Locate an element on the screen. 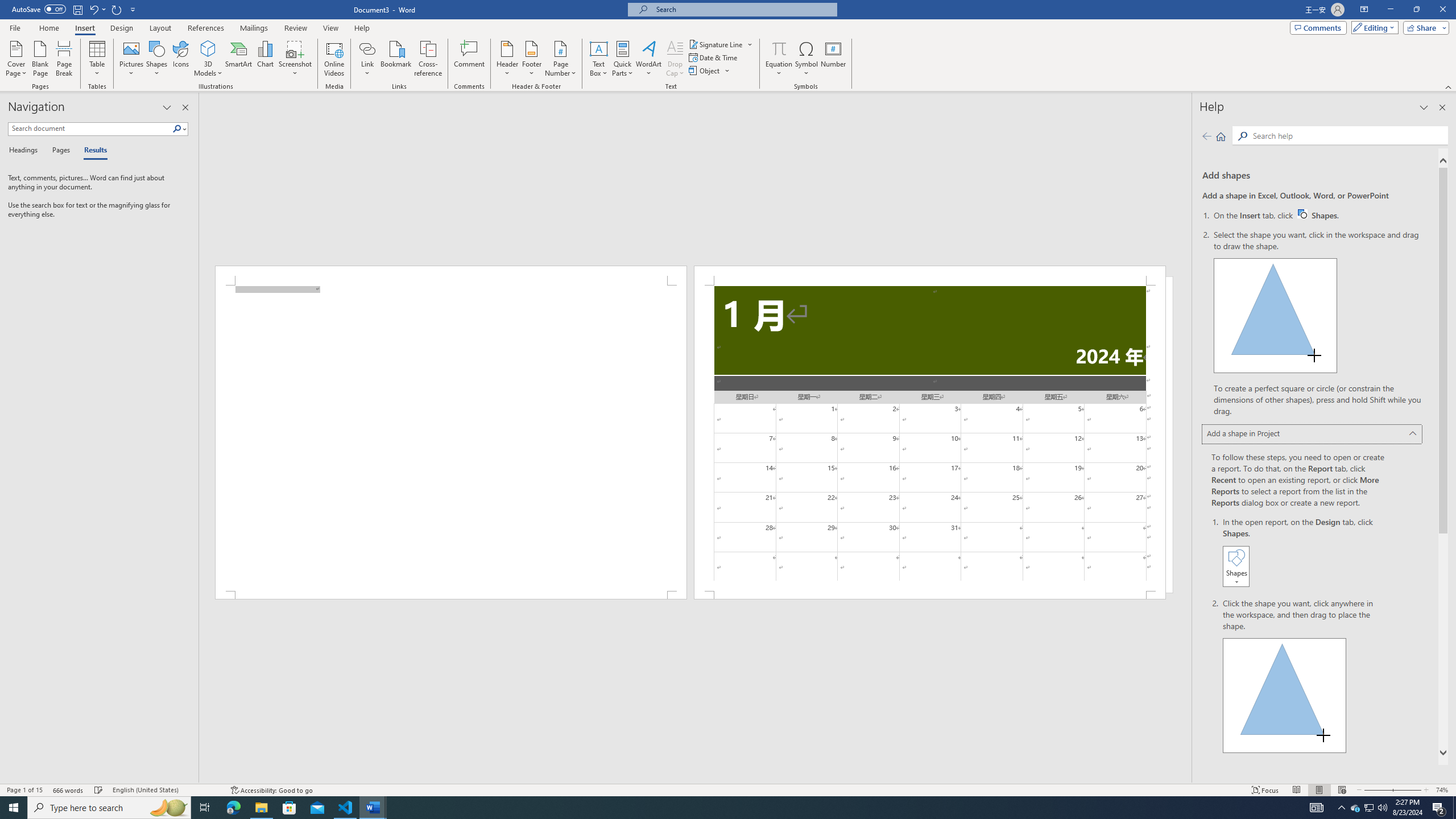 The width and height of the screenshot is (1456, 819). 'Page Number' is located at coordinates (560, 59).